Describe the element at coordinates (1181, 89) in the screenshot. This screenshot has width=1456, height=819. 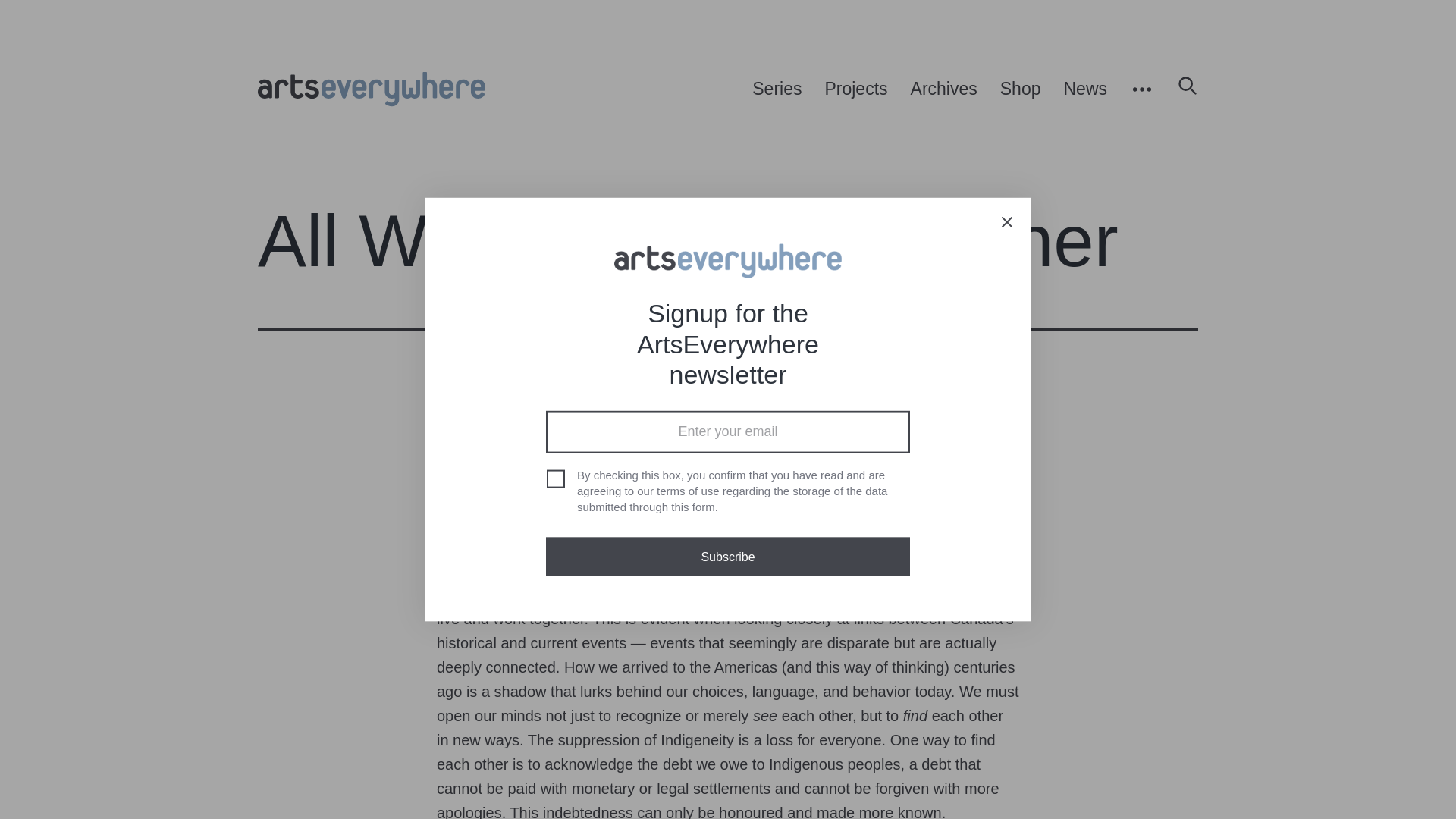
I see `'Search'` at that location.